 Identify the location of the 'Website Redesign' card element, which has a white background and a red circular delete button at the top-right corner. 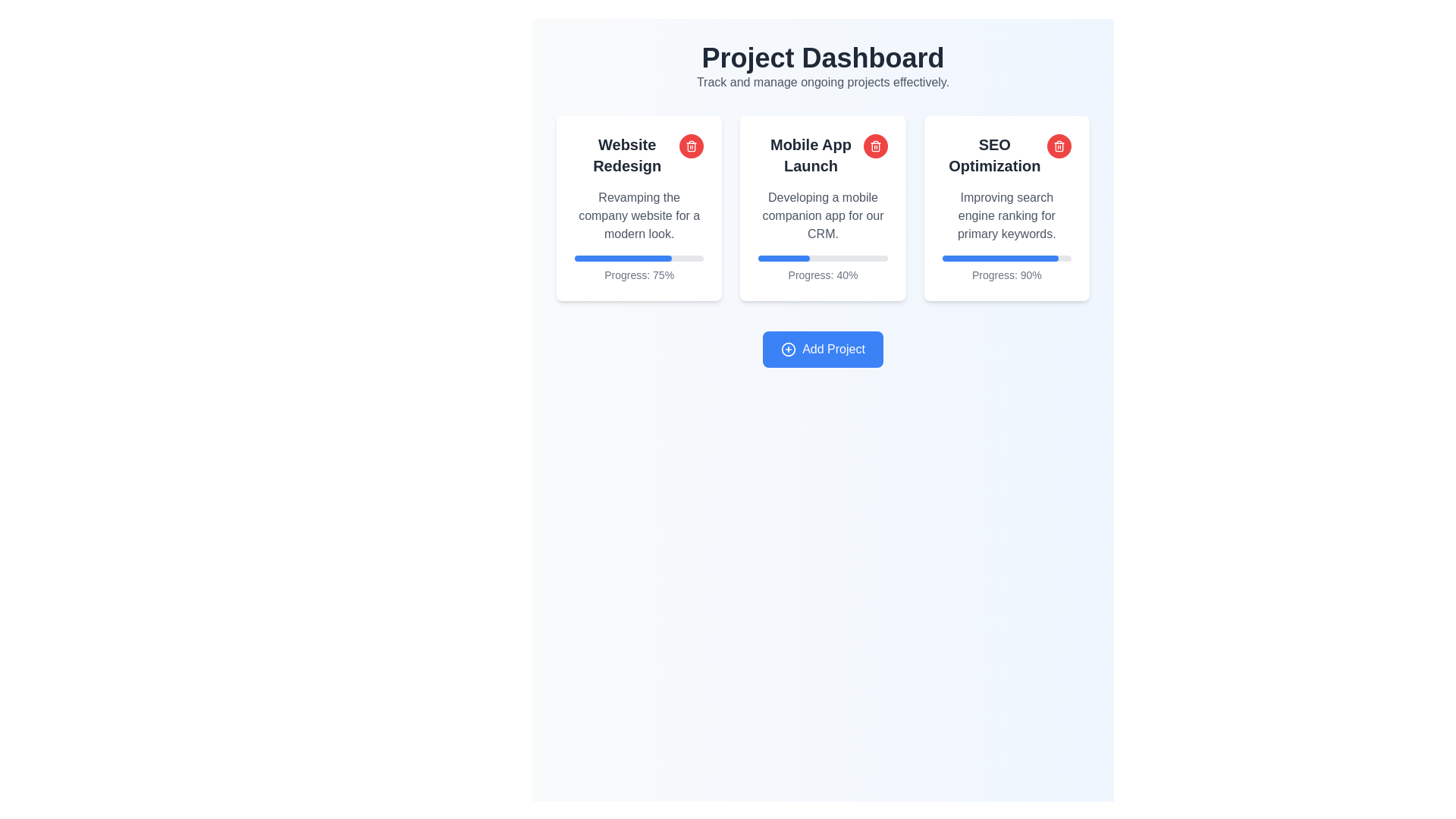
(639, 208).